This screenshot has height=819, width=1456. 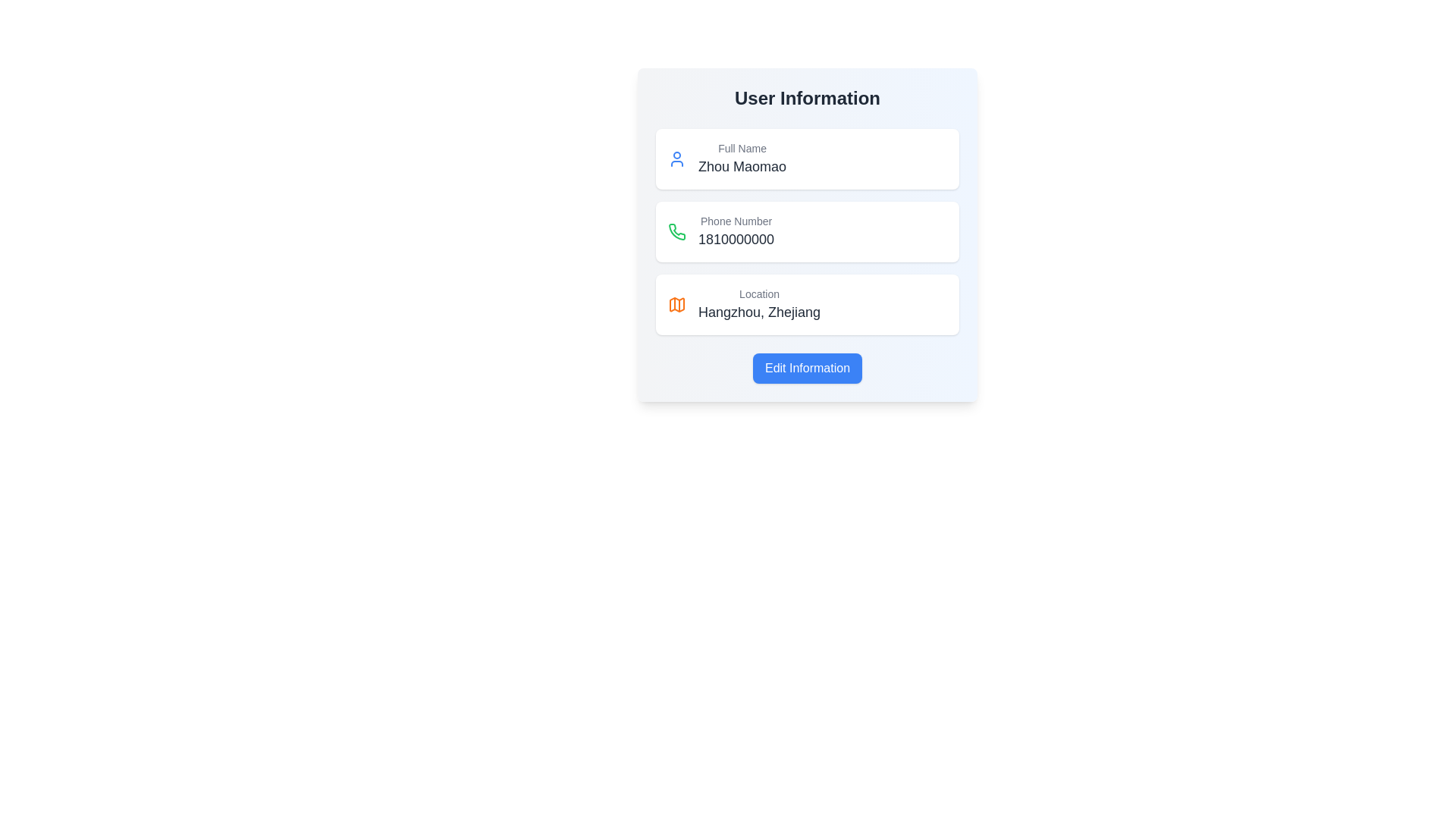 What do you see at coordinates (807, 99) in the screenshot?
I see `the text label or heading at the top of the user details card, which serves as a title indicating the section's content` at bounding box center [807, 99].